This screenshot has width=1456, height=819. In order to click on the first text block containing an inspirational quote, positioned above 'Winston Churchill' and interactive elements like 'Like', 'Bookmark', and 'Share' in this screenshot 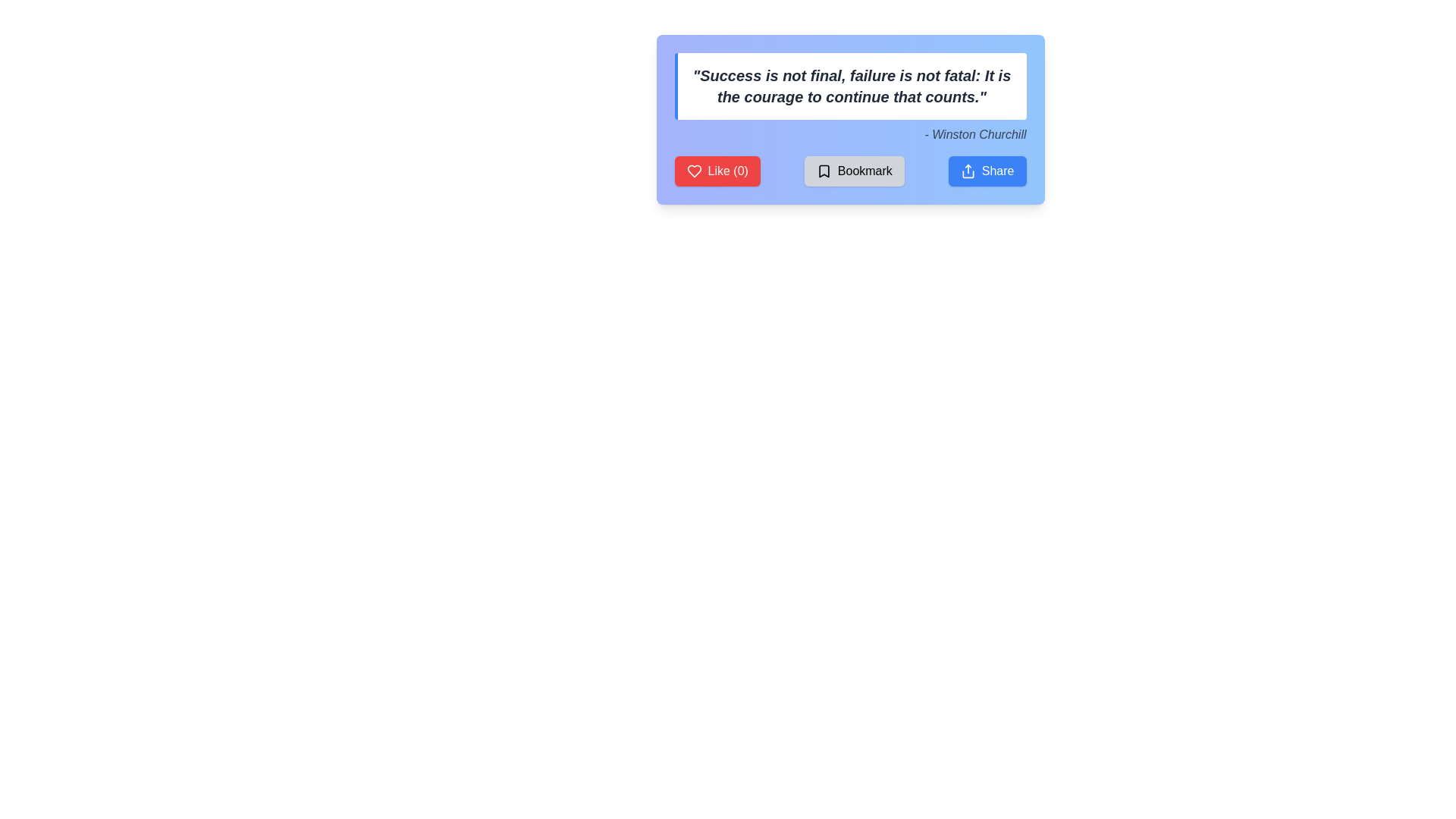, I will do `click(850, 86)`.